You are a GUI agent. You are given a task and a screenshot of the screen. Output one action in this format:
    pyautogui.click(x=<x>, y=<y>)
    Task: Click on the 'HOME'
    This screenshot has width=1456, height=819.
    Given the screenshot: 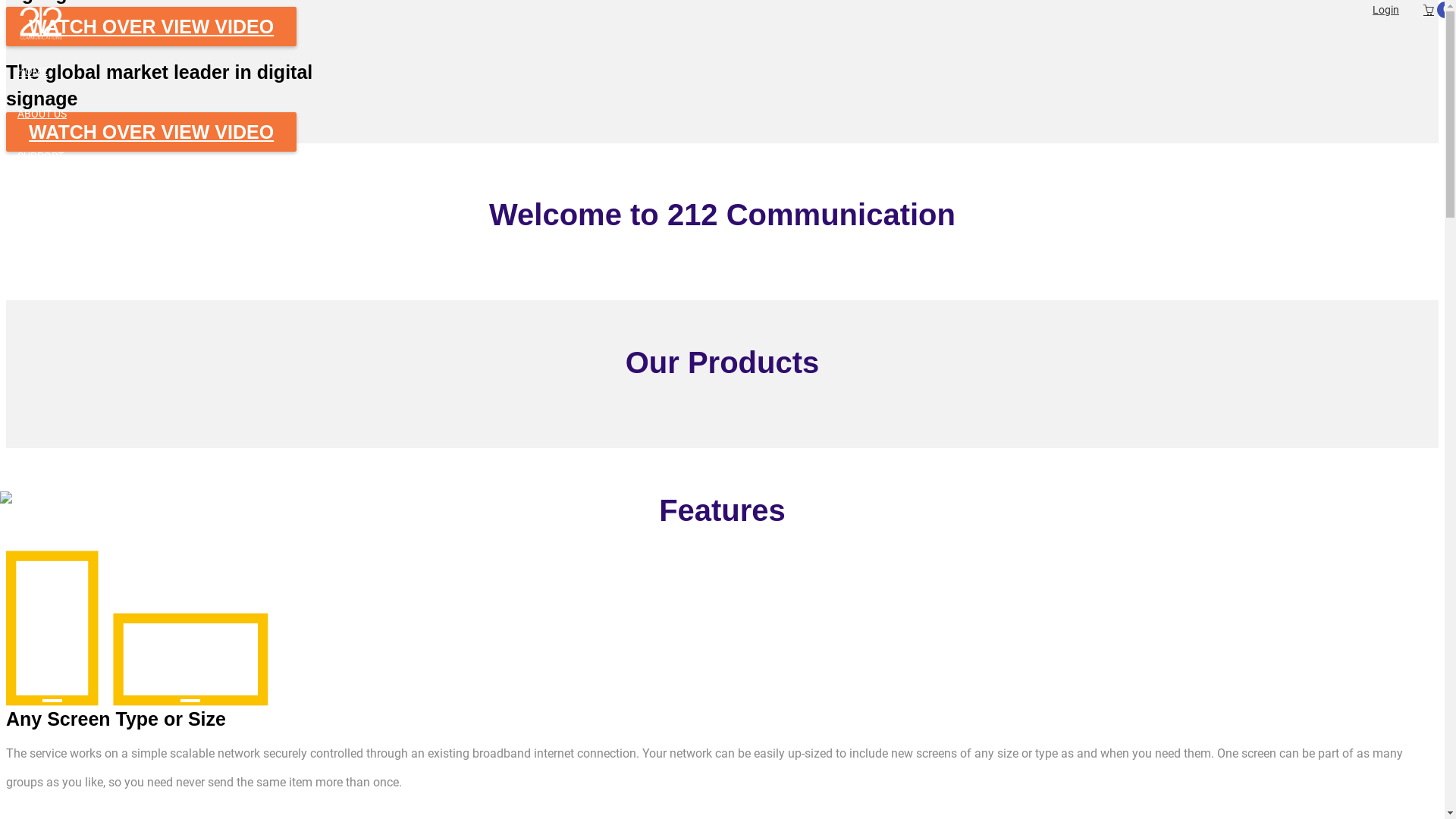 What is the action you would take?
    pyautogui.click(x=730, y=71)
    